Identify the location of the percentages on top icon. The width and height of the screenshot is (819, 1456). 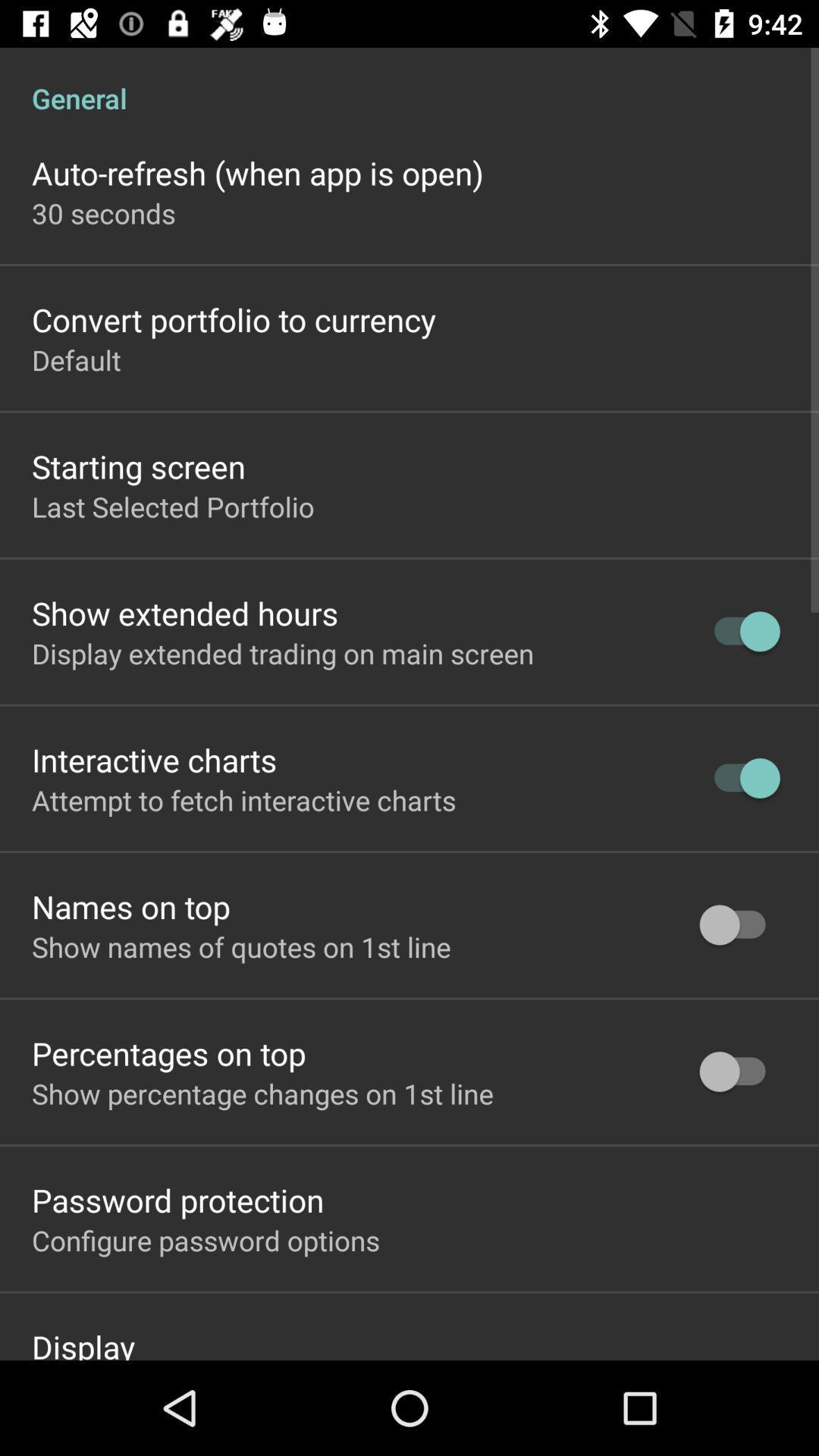
(168, 1052).